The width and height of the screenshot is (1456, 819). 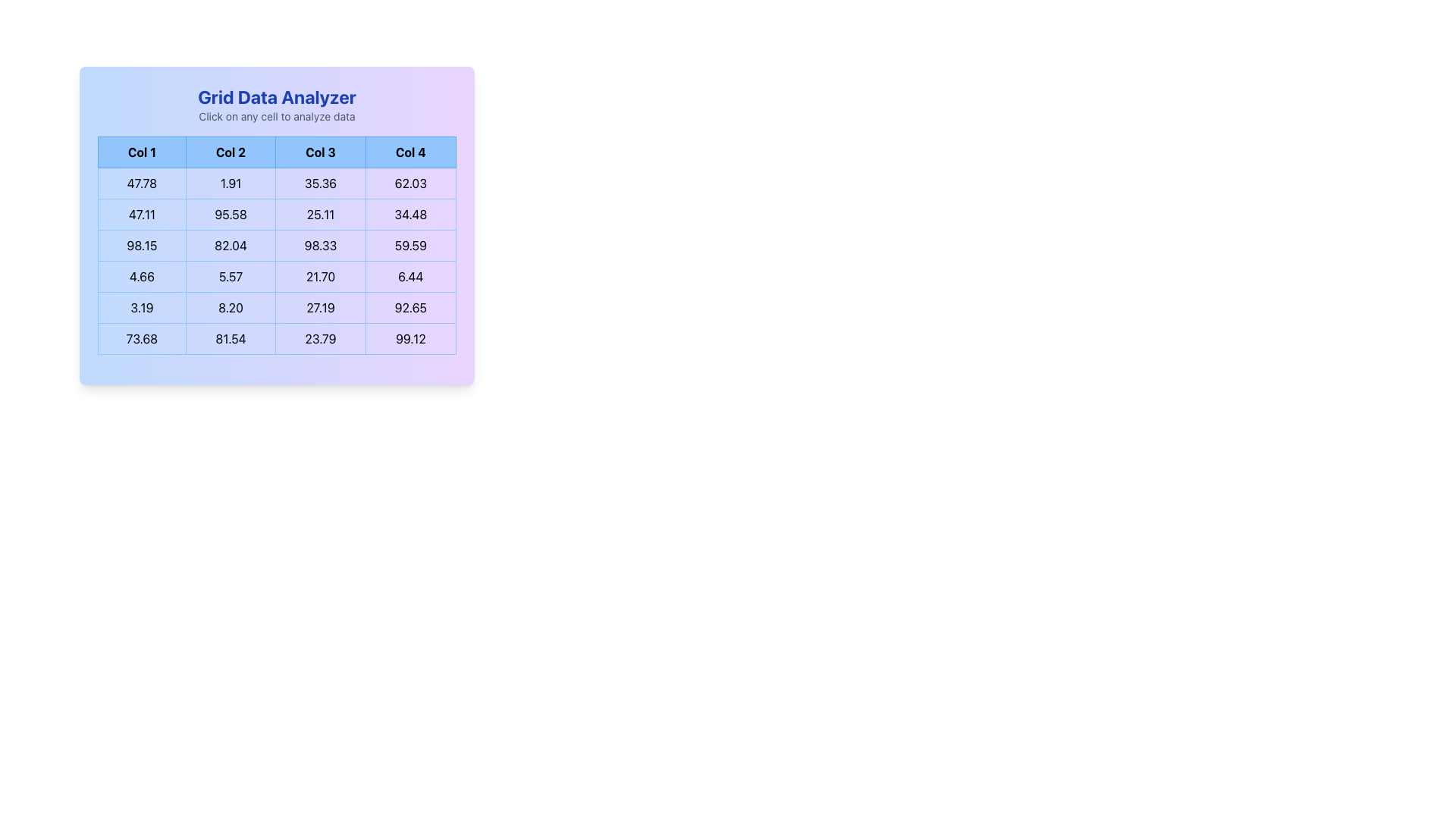 What do you see at coordinates (277, 214) in the screenshot?
I see `the second row of the table titled 'Grid Data Analyzer' containing the numerical data '47.11', '95.58', '25.11', '34.48' styled against a light blue to purple background gradient` at bounding box center [277, 214].